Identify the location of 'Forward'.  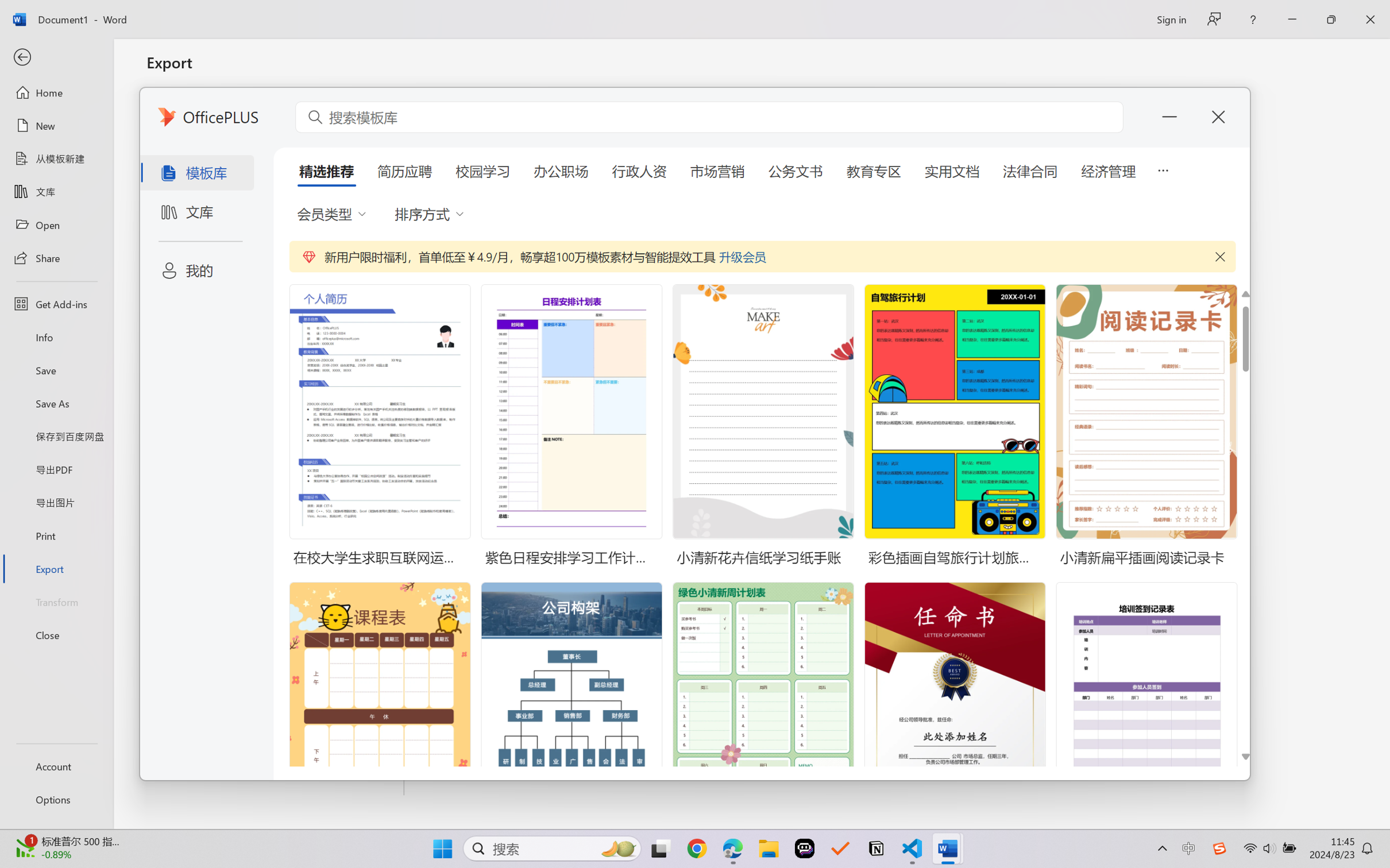
(30, 38).